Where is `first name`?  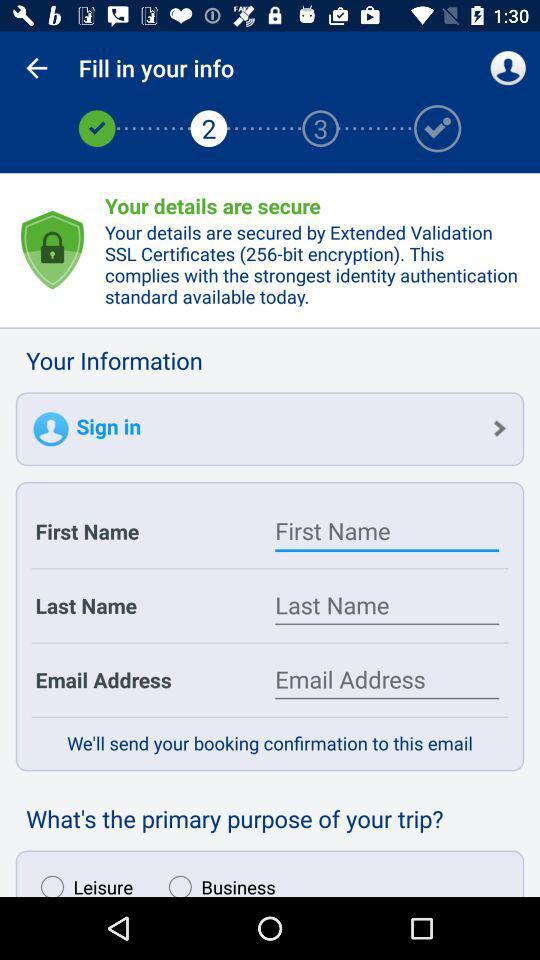
first name is located at coordinates (387, 530).